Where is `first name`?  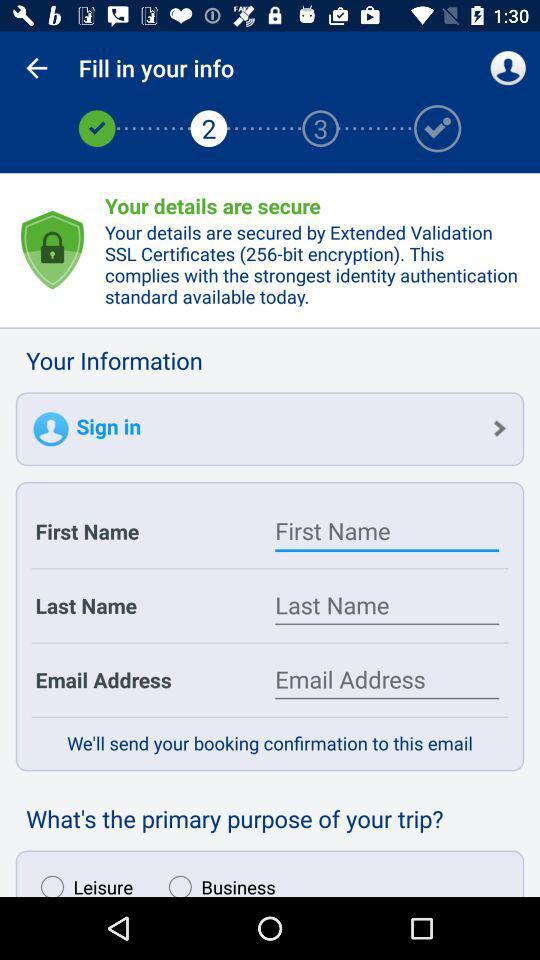
first name is located at coordinates (387, 530).